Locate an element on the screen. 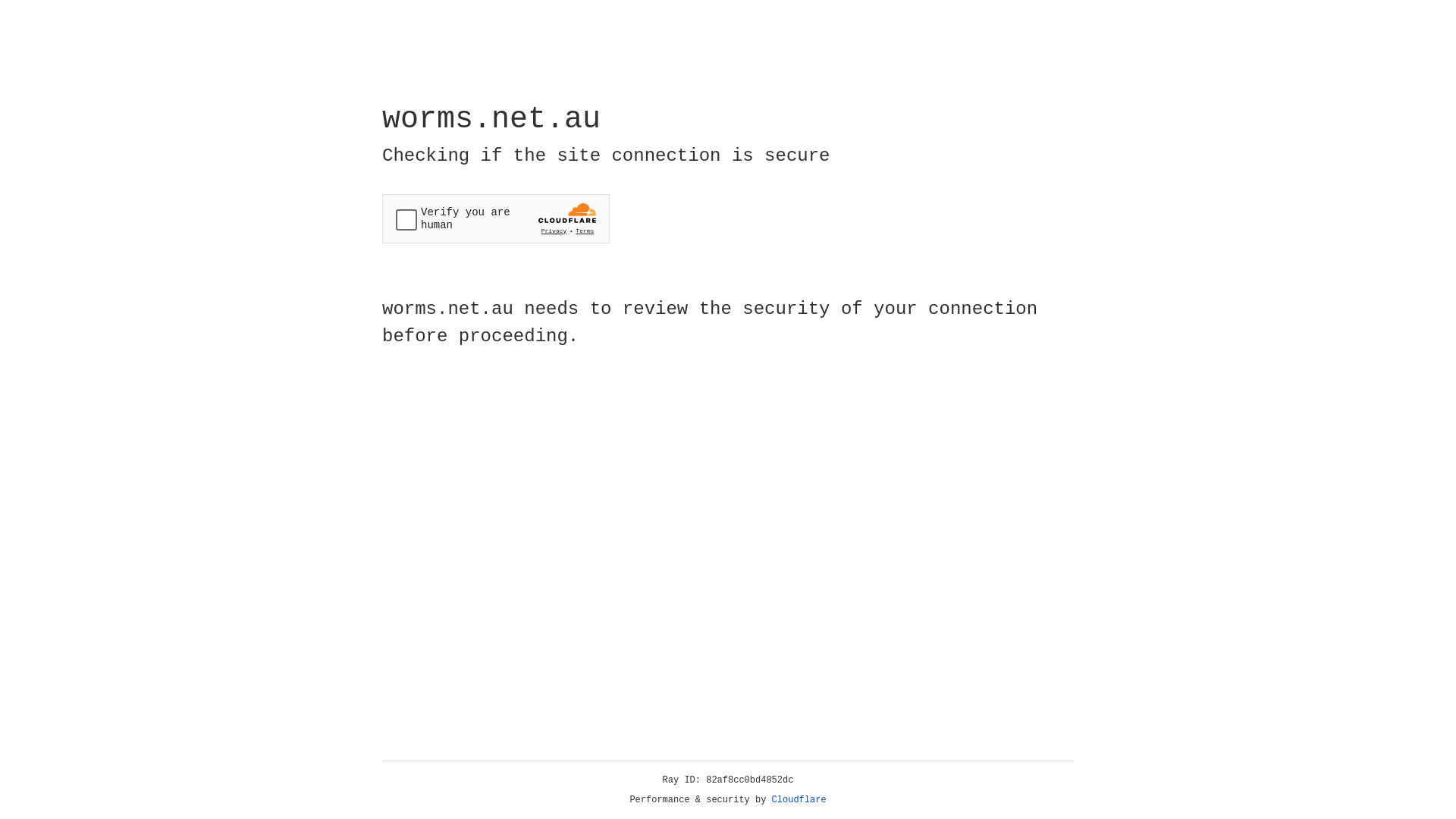 The image size is (1456, 819). 'Widget containing a Cloudflare security challenge' is located at coordinates (495, 218).